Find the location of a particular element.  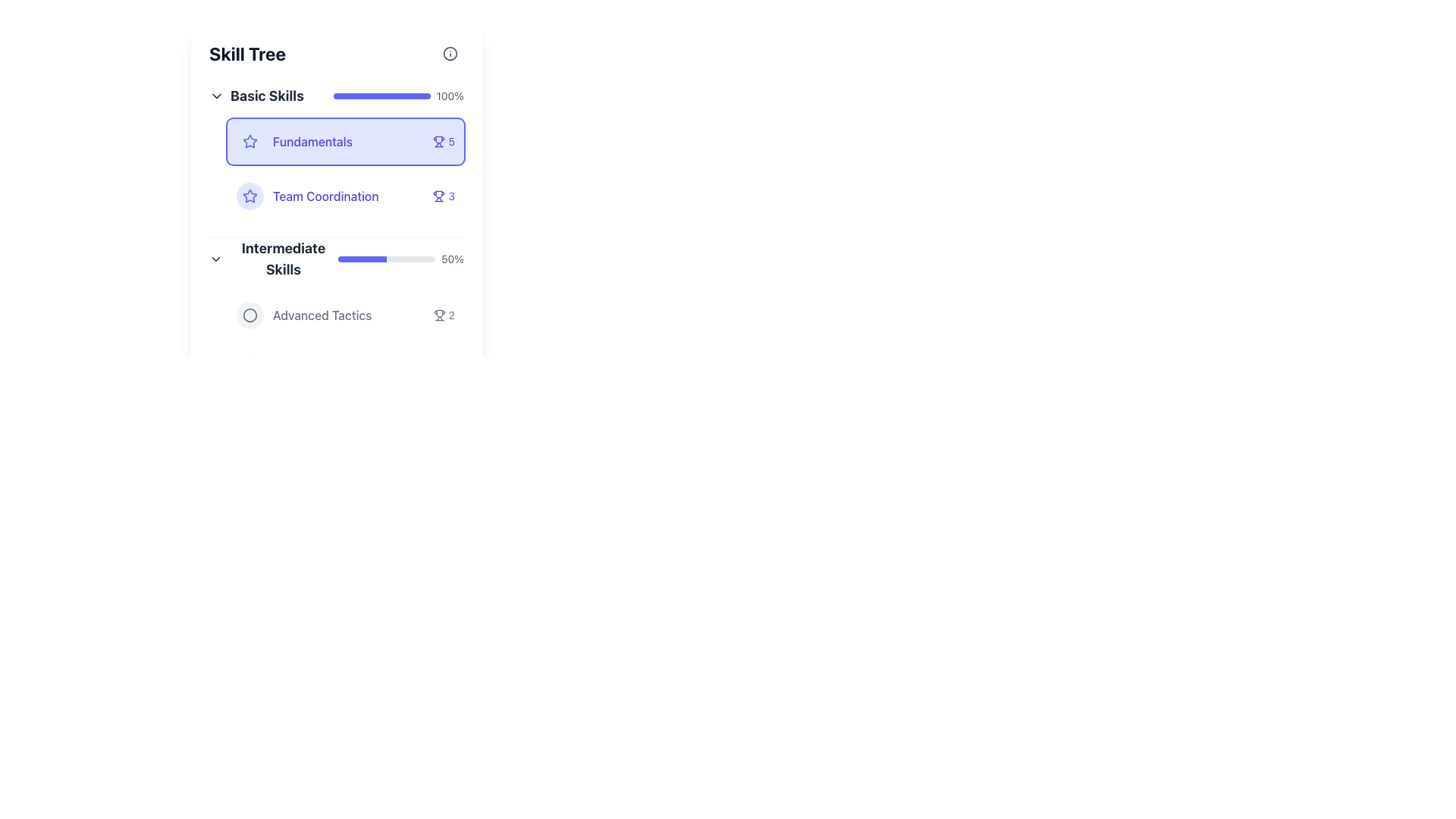

the progress bar indicating 50% completion, which is styled in indigo blue and located in the 'Intermediate Skills' section, positioned to the right of the skill title is located at coordinates (400, 259).